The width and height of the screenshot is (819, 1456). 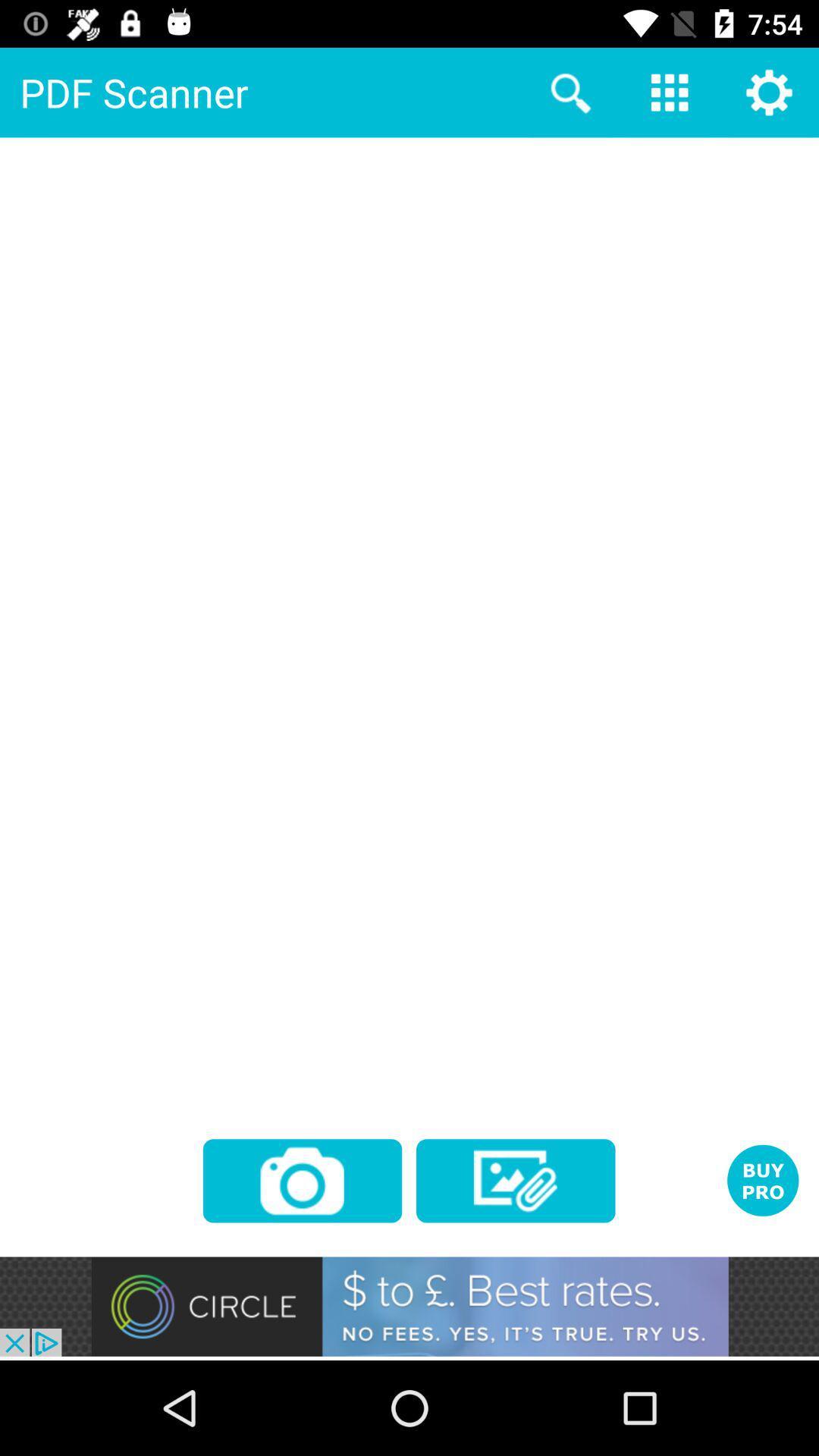 I want to click on buy pro, so click(x=763, y=1179).